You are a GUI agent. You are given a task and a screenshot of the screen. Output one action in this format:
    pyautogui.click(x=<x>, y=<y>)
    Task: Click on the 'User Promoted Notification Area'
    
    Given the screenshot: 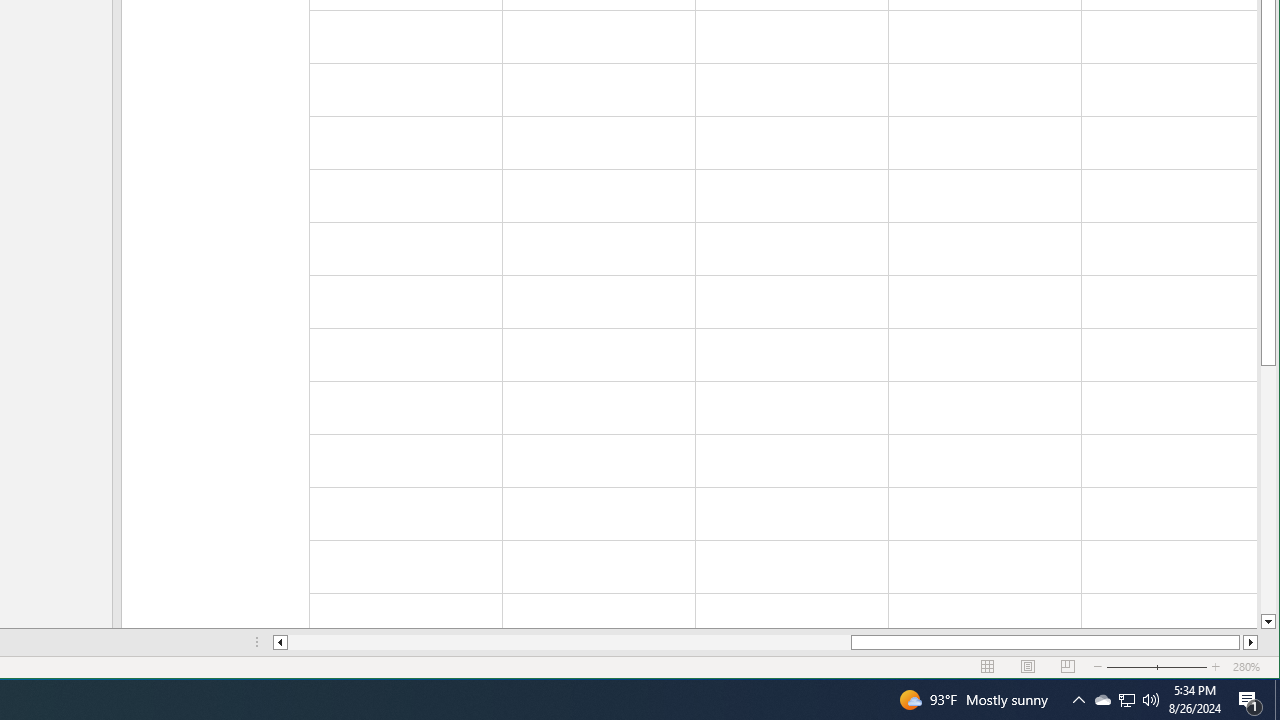 What is the action you would take?
    pyautogui.click(x=1127, y=698)
    